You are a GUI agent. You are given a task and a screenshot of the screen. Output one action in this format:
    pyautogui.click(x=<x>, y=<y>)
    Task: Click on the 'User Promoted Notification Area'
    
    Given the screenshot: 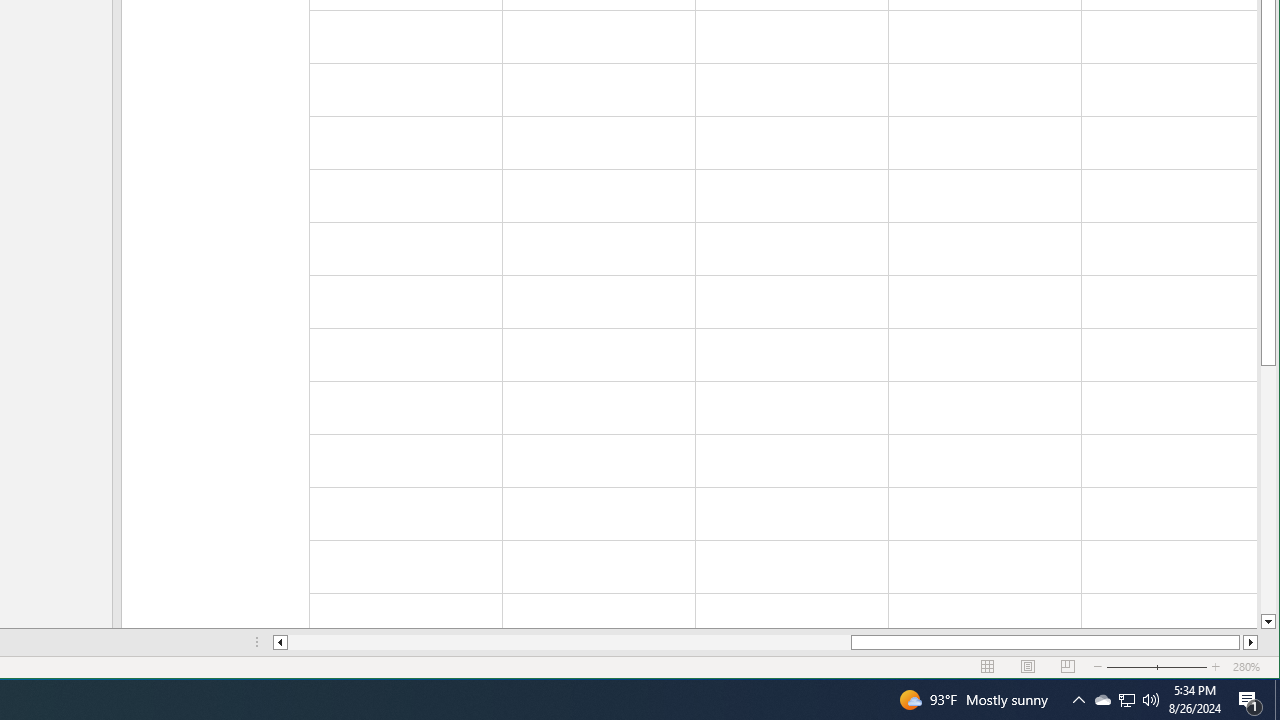 What is the action you would take?
    pyautogui.click(x=1127, y=698)
    